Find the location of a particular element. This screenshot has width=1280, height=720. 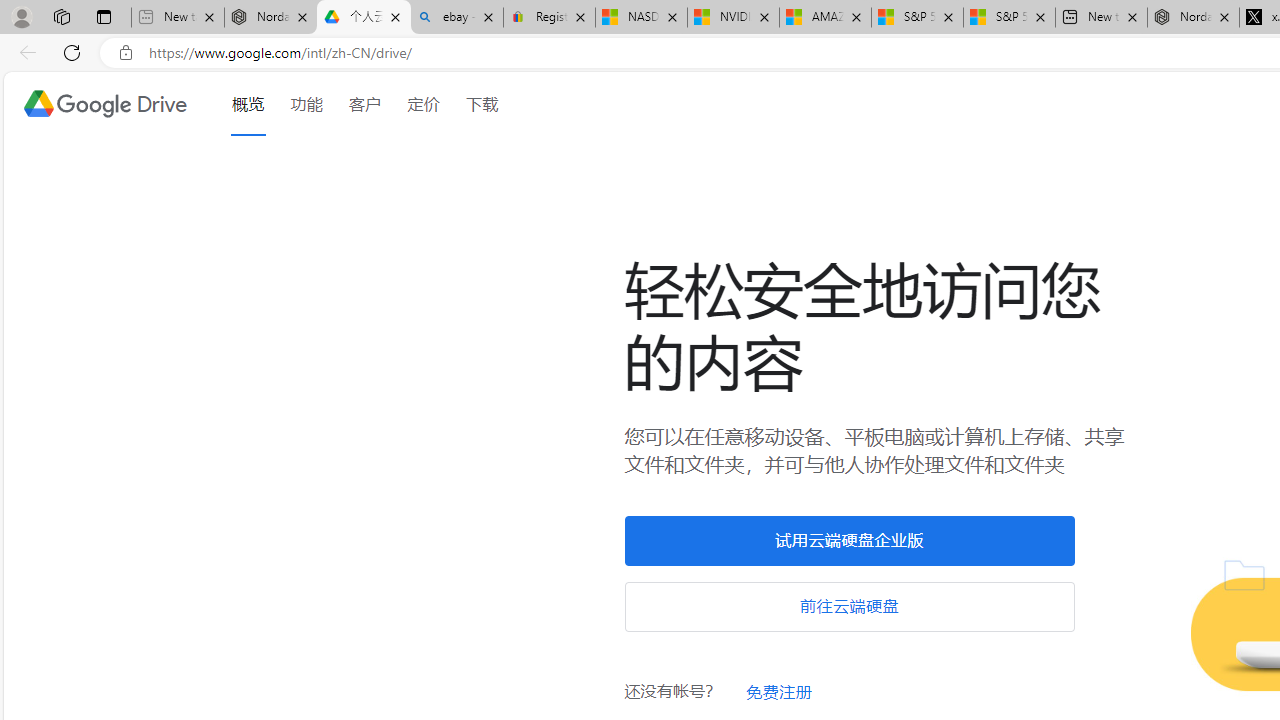

'New tab - Sleeping' is located at coordinates (177, 17).